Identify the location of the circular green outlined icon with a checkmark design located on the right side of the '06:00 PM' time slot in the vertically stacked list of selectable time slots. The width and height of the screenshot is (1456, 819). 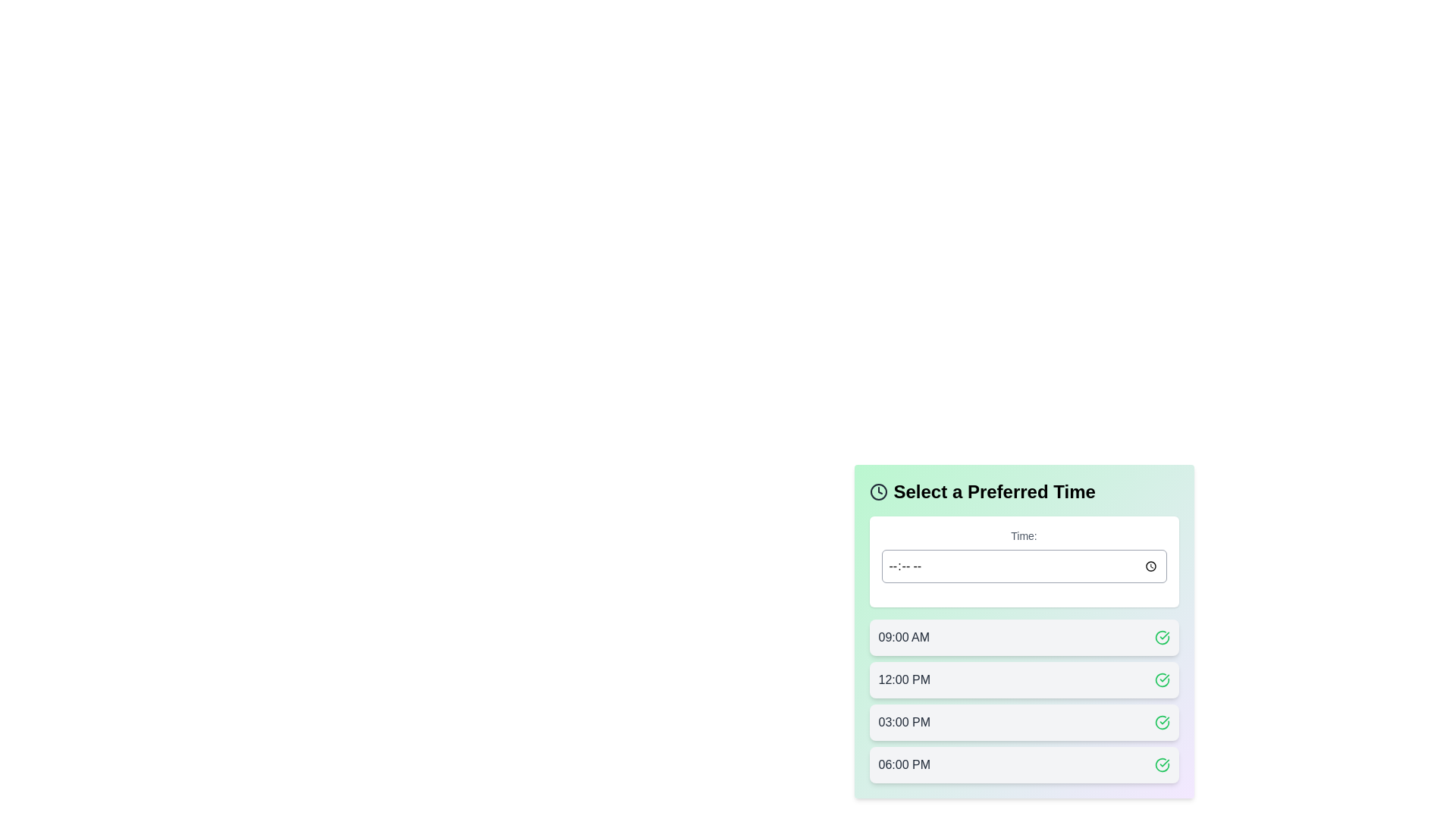
(1161, 637).